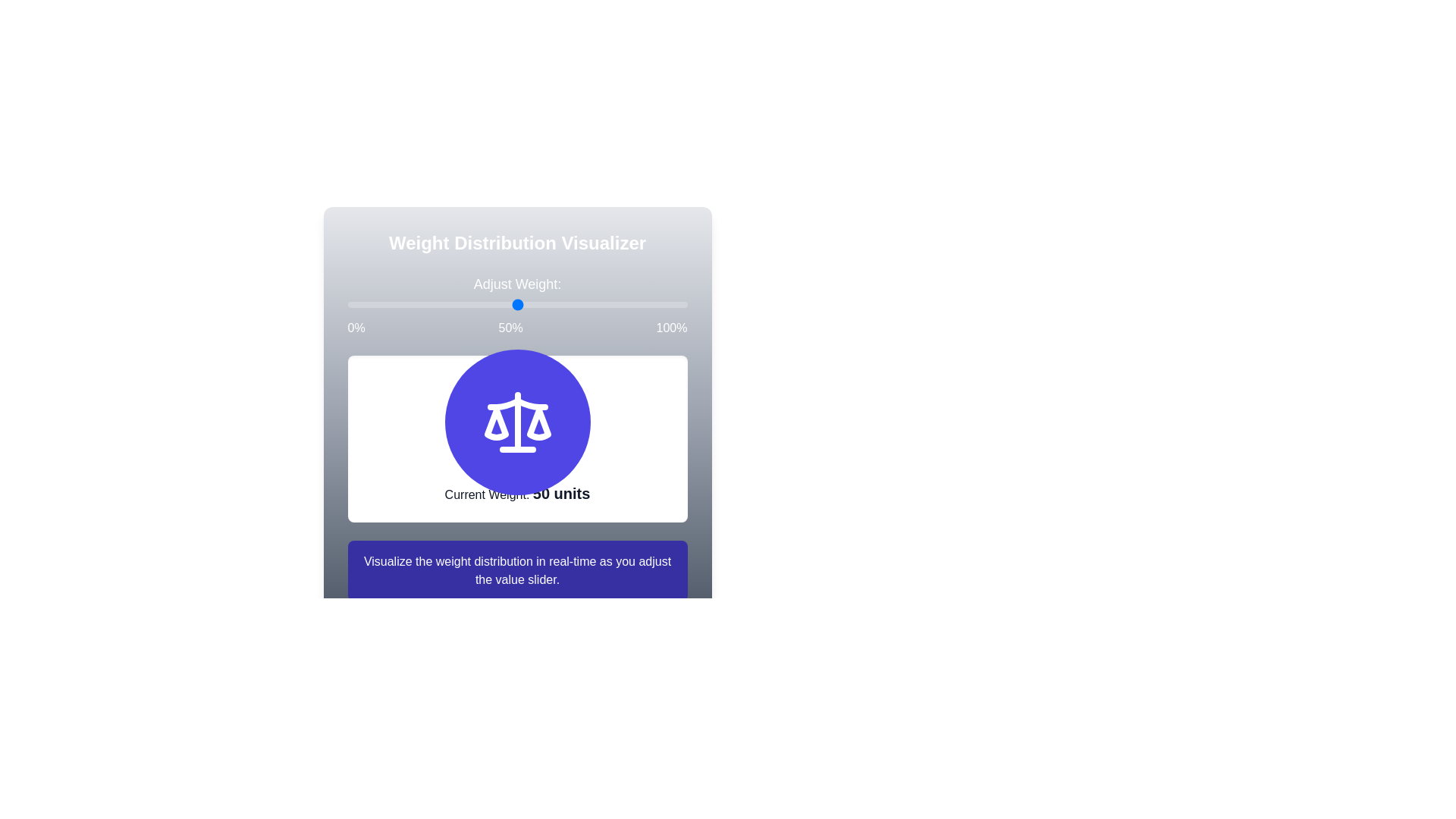 Image resolution: width=1456 pixels, height=819 pixels. Describe the element at coordinates (517, 422) in the screenshot. I see `the scales icon to select it` at that location.